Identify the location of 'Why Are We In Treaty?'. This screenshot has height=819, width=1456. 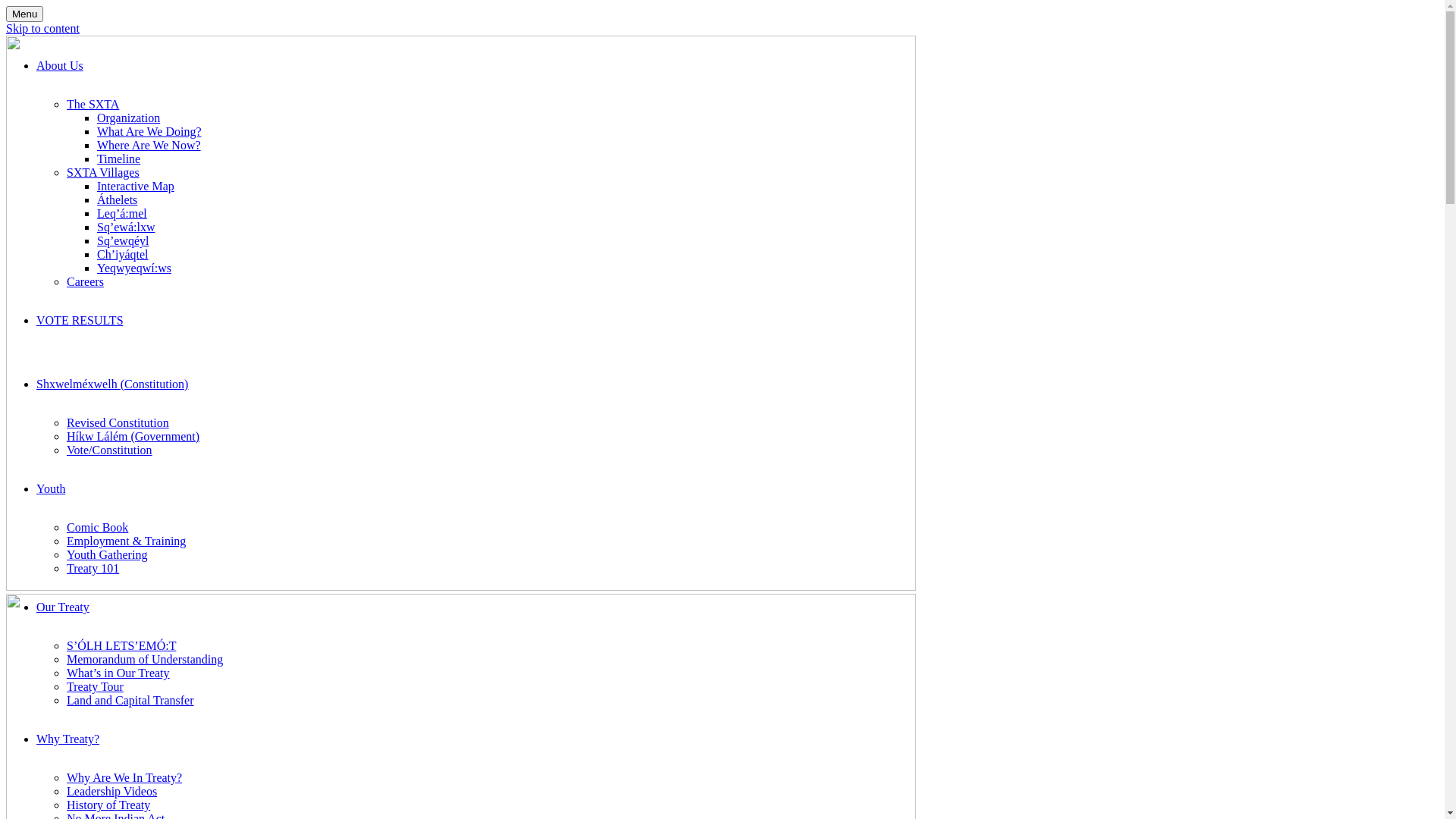
(124, 777).